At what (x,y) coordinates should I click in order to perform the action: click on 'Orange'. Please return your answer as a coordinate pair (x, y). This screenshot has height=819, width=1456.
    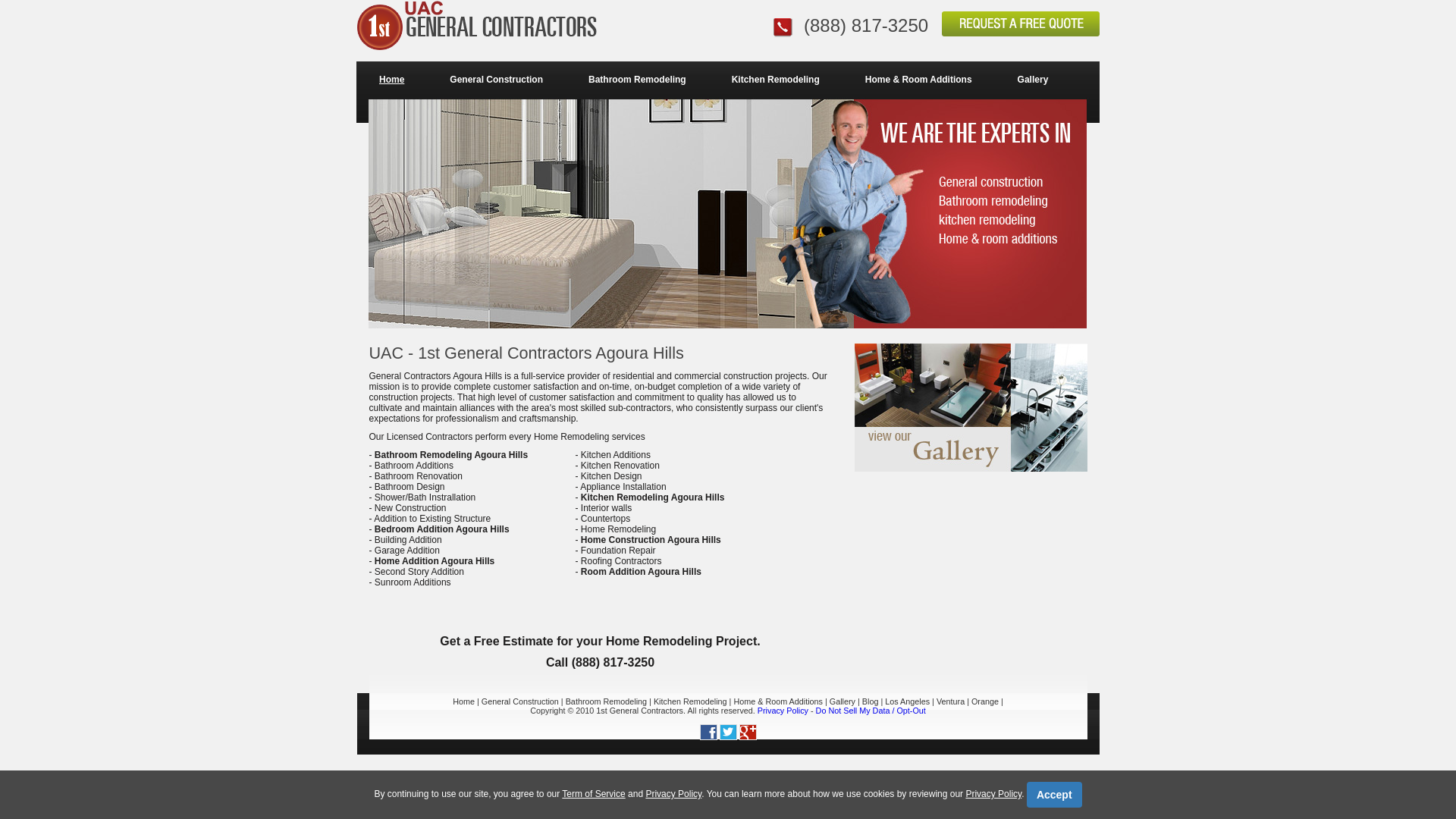
    Looking at the image, I should click on (971, 701).